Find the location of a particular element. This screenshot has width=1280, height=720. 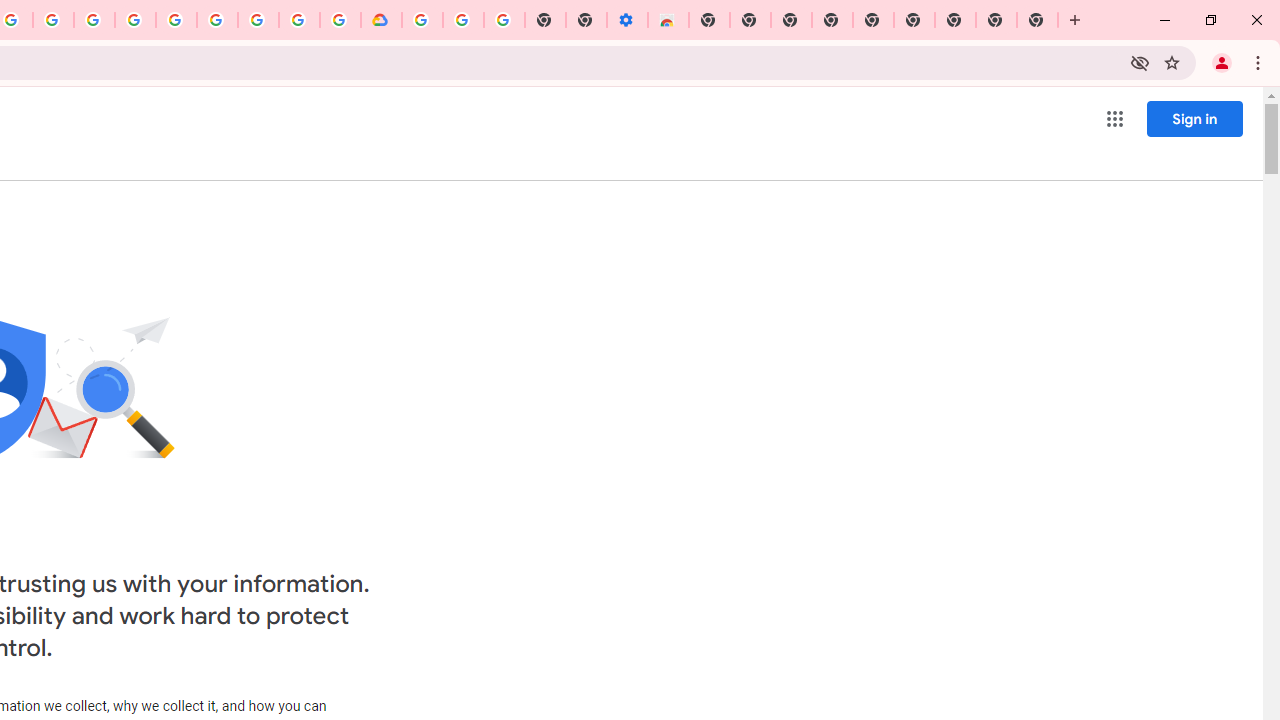

'Create your Google Account' is located at coordinates (53, 20).